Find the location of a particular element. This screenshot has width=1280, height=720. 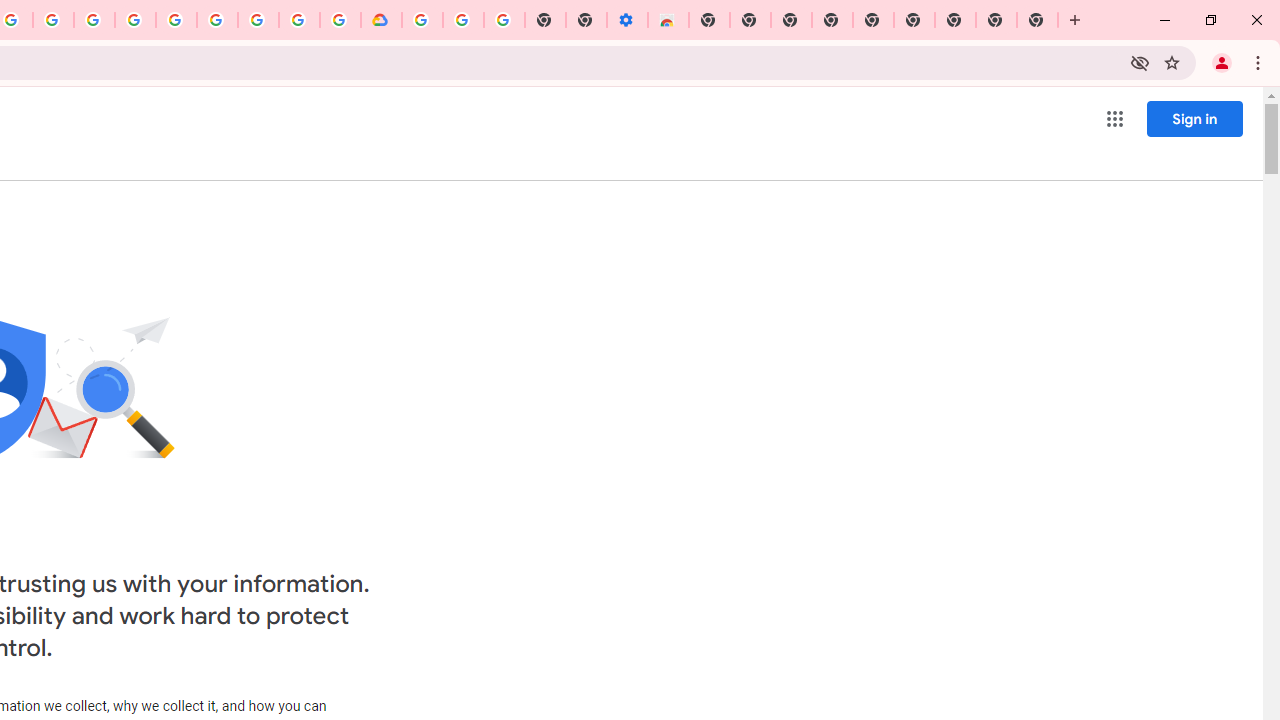

'Create your Google Account' is located at coordinates (53, 20).